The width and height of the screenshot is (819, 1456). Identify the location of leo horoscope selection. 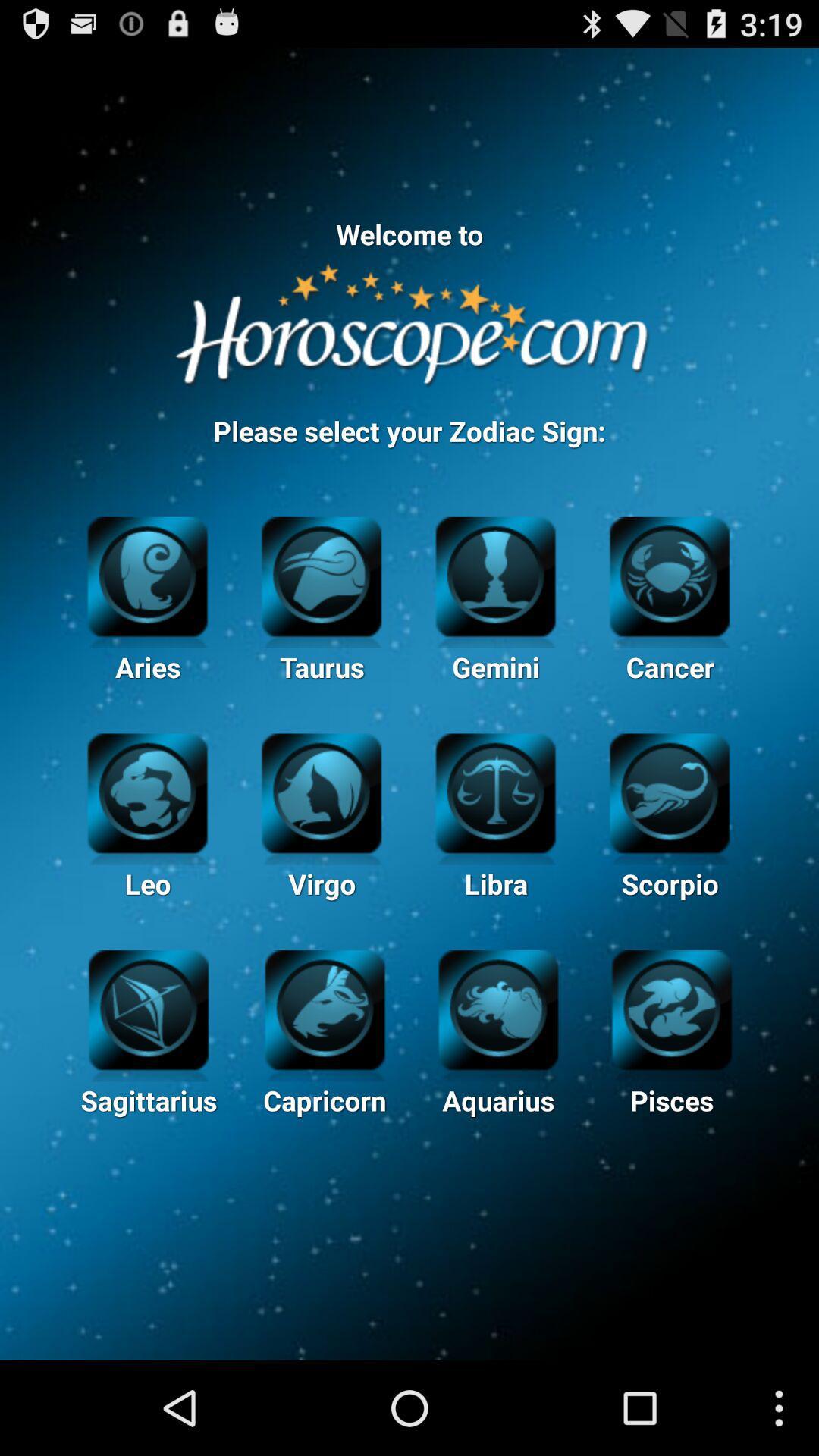
(147, 790).